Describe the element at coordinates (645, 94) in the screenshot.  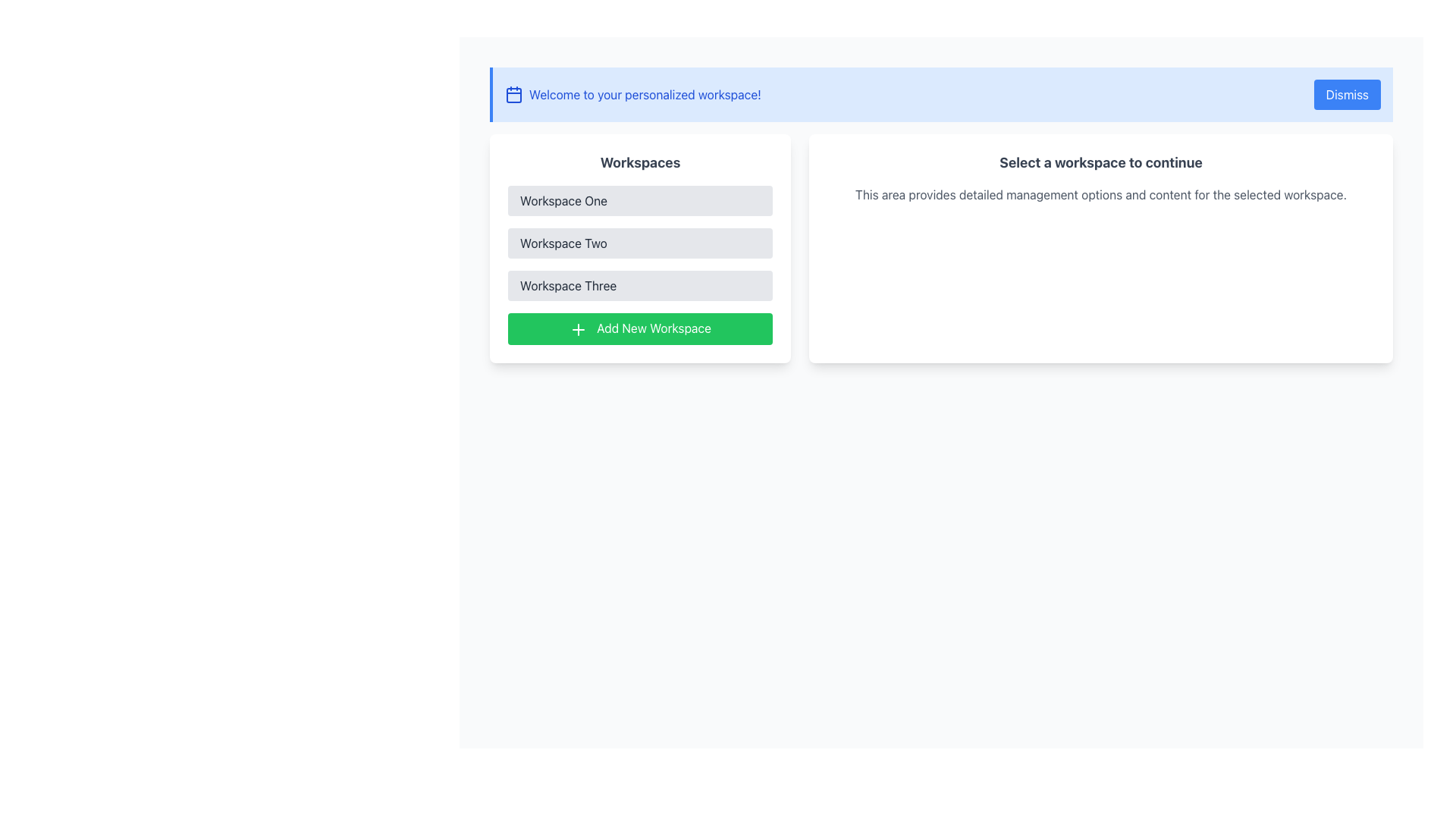
I see `the Informational Text welcoming the user to their workspace, located near the top of the interface to the right of a small calendar icon` at that location.